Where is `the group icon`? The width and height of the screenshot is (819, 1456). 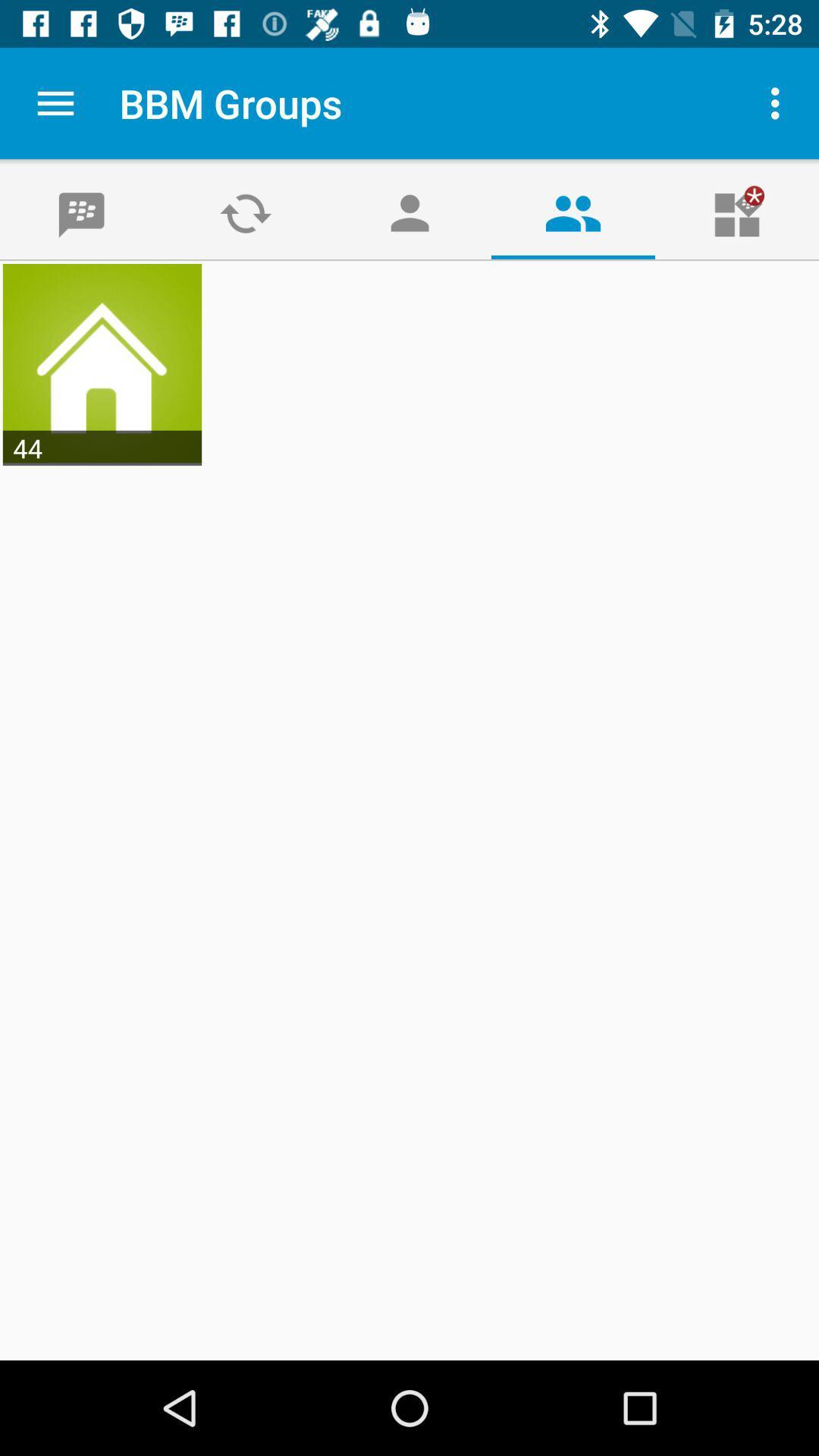 the group icon is located at coordinates (573, 212).